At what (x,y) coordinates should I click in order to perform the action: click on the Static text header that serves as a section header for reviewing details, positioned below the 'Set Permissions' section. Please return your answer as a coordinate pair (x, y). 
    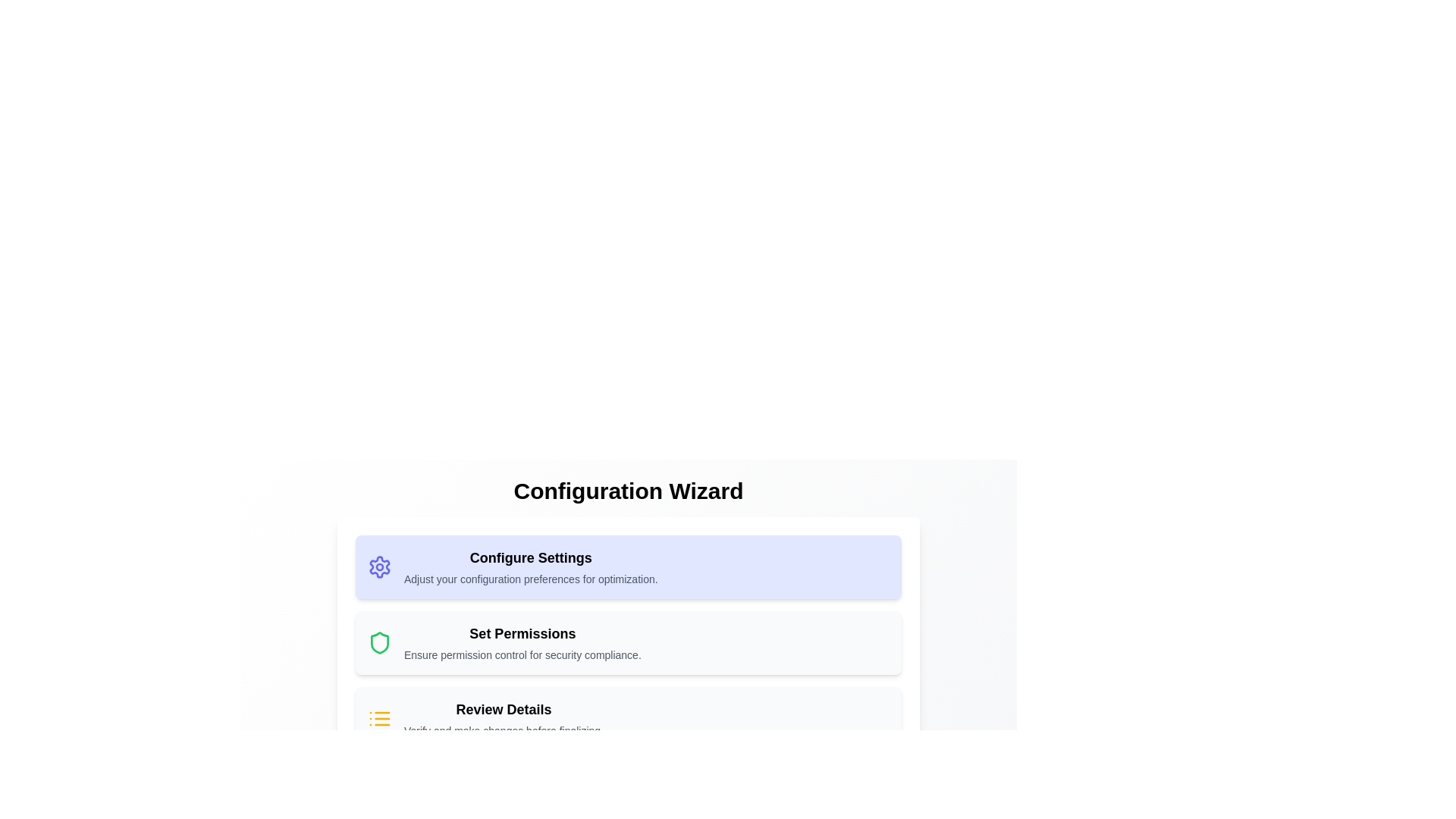
    Looking at the image, I should click on (504, 710).